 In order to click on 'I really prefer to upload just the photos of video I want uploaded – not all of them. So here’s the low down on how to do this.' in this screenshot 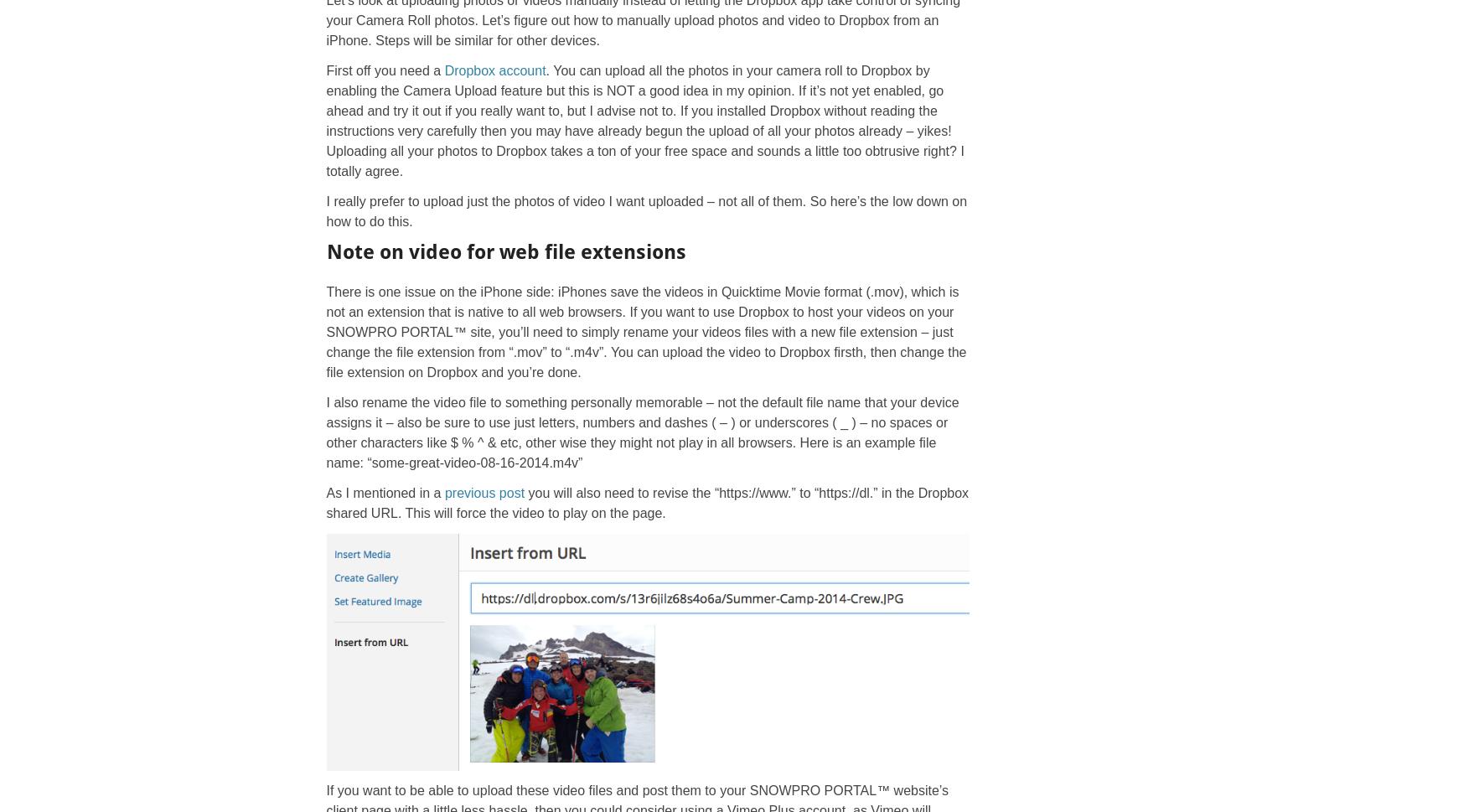, I will do `click(325, 210)`.